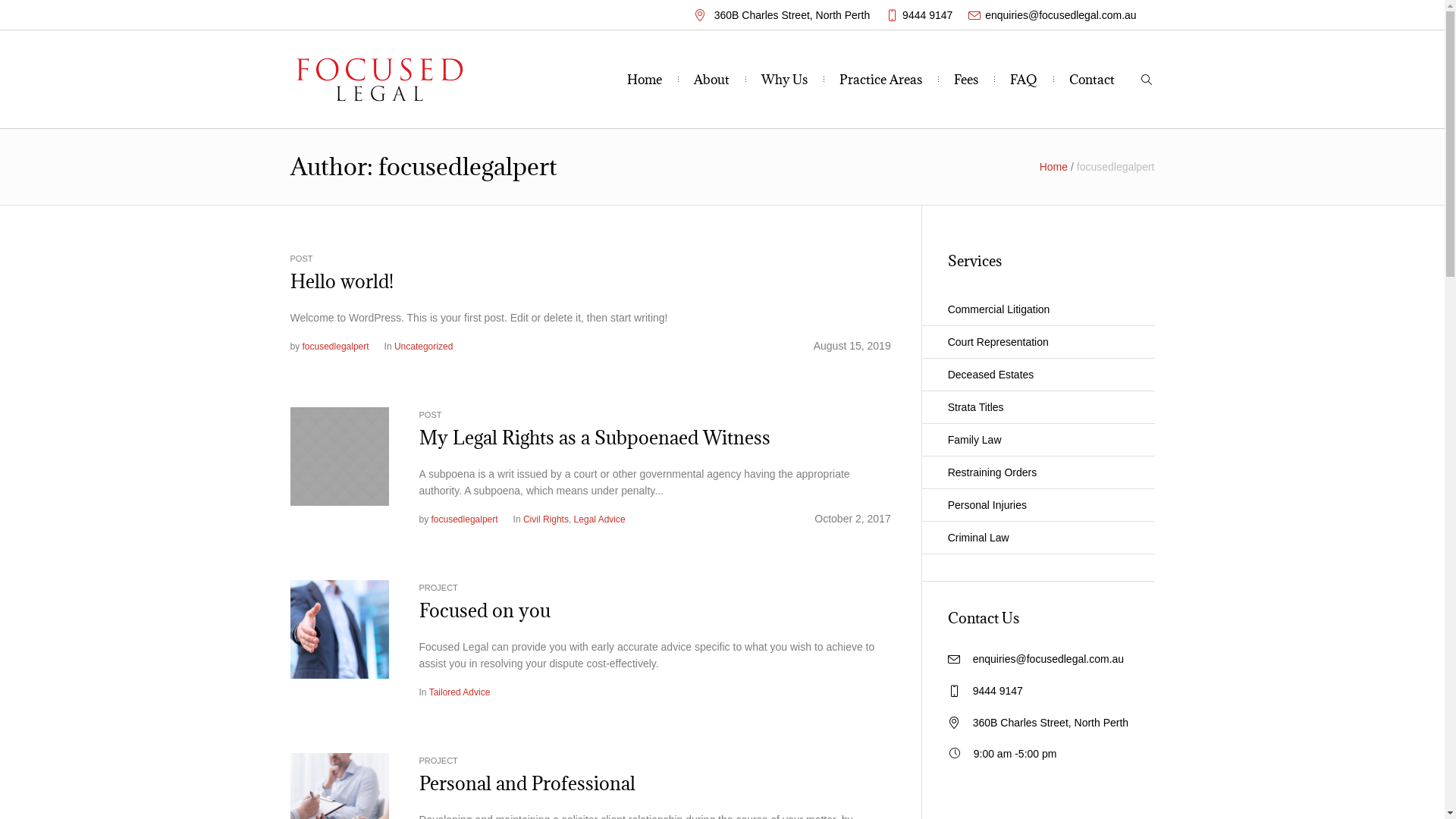 Image resolution: width=1456 pixels, height=819 pixels. What do you see at coordinates (337, 800) in the screenshot?
I see `'Personal and Professional'` at bounding box center [337, 800].